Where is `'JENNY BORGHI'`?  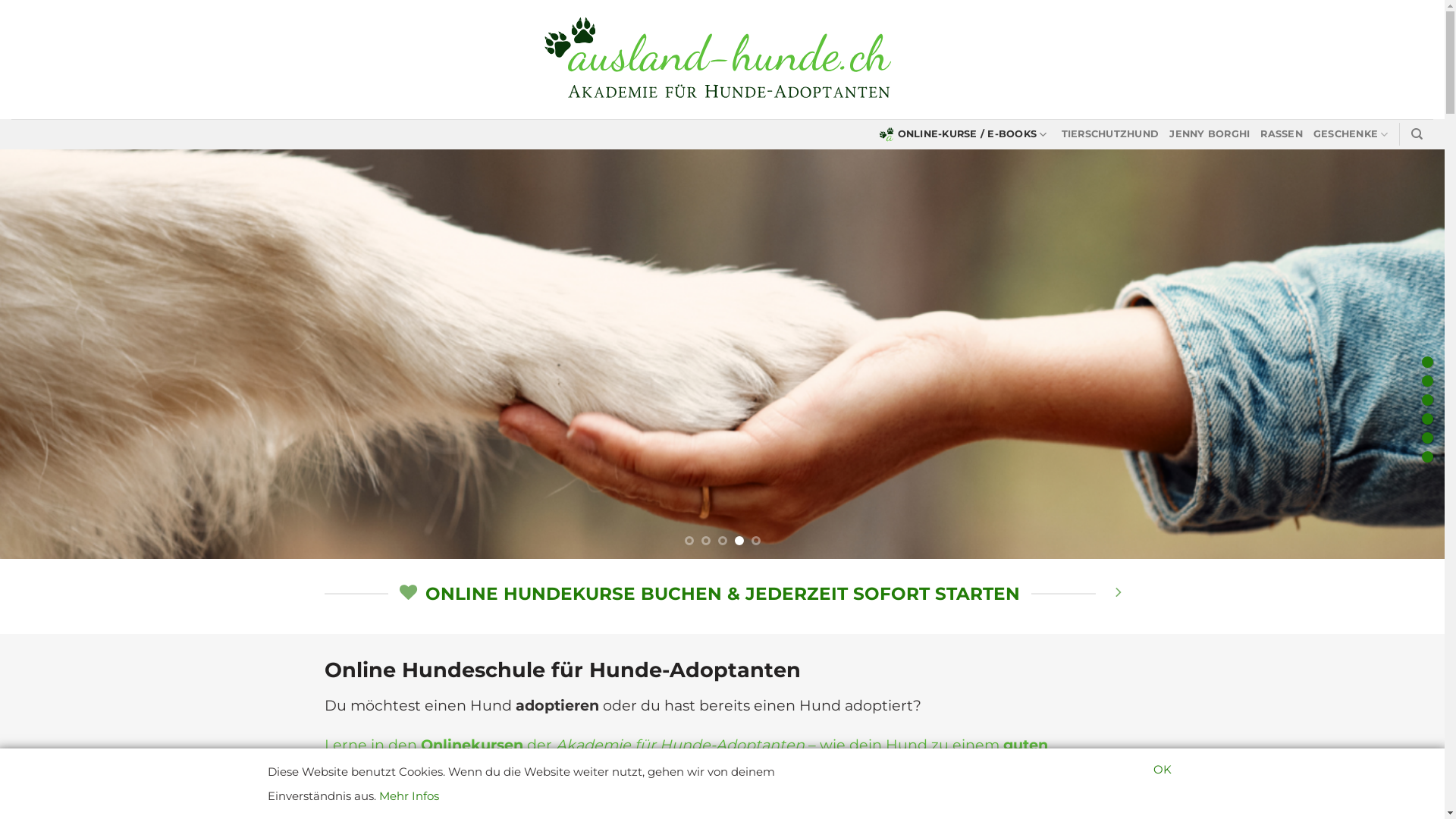
'JENNY BORGHI' is located at coordinates (1208, 133).